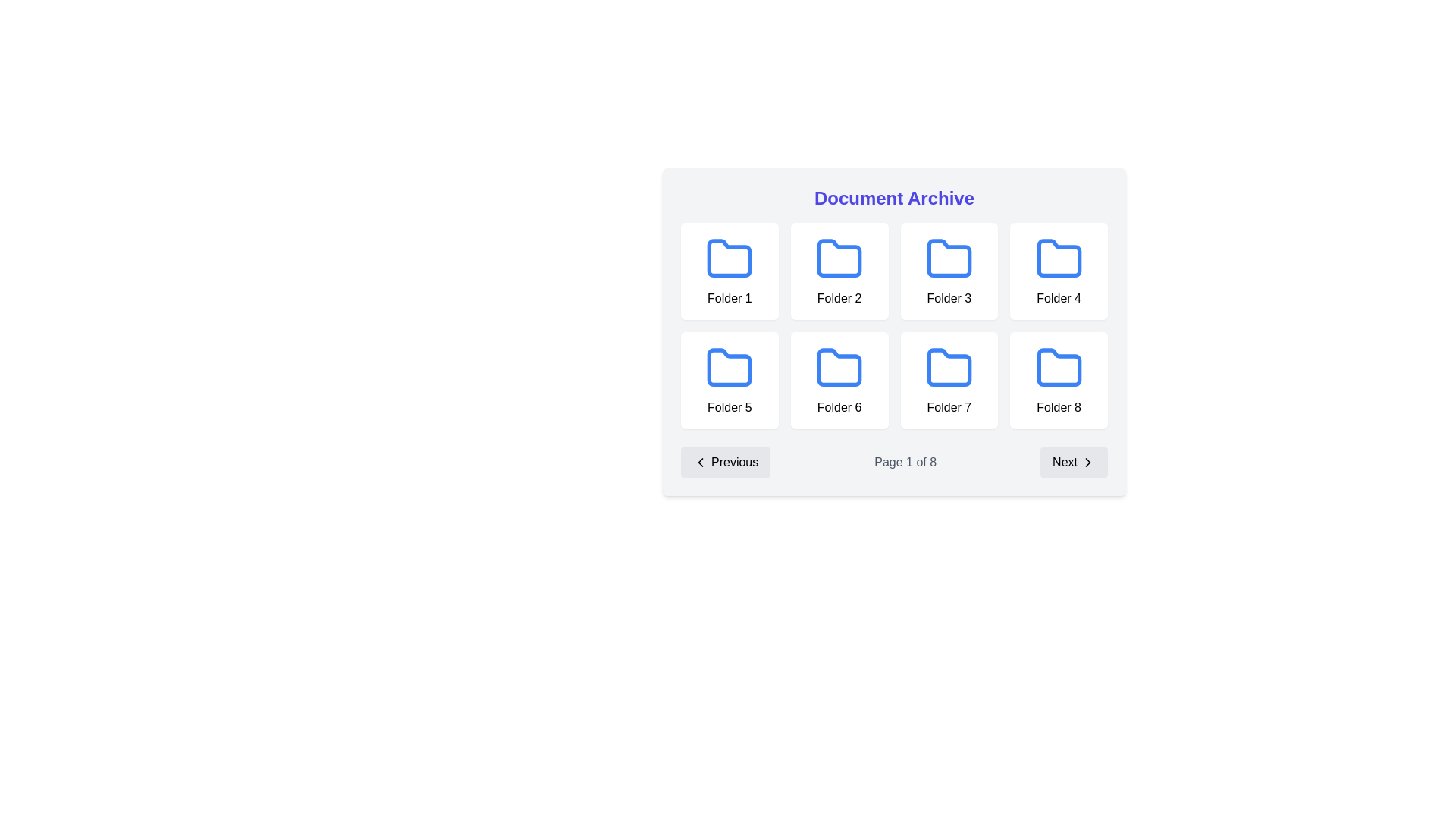 The image size is (1456, 819). Describe the element at coordinates (1058, 406) in the screenshot. I see `the text label 'Folder 8' located beneath its corresponding folder icon` at that location.